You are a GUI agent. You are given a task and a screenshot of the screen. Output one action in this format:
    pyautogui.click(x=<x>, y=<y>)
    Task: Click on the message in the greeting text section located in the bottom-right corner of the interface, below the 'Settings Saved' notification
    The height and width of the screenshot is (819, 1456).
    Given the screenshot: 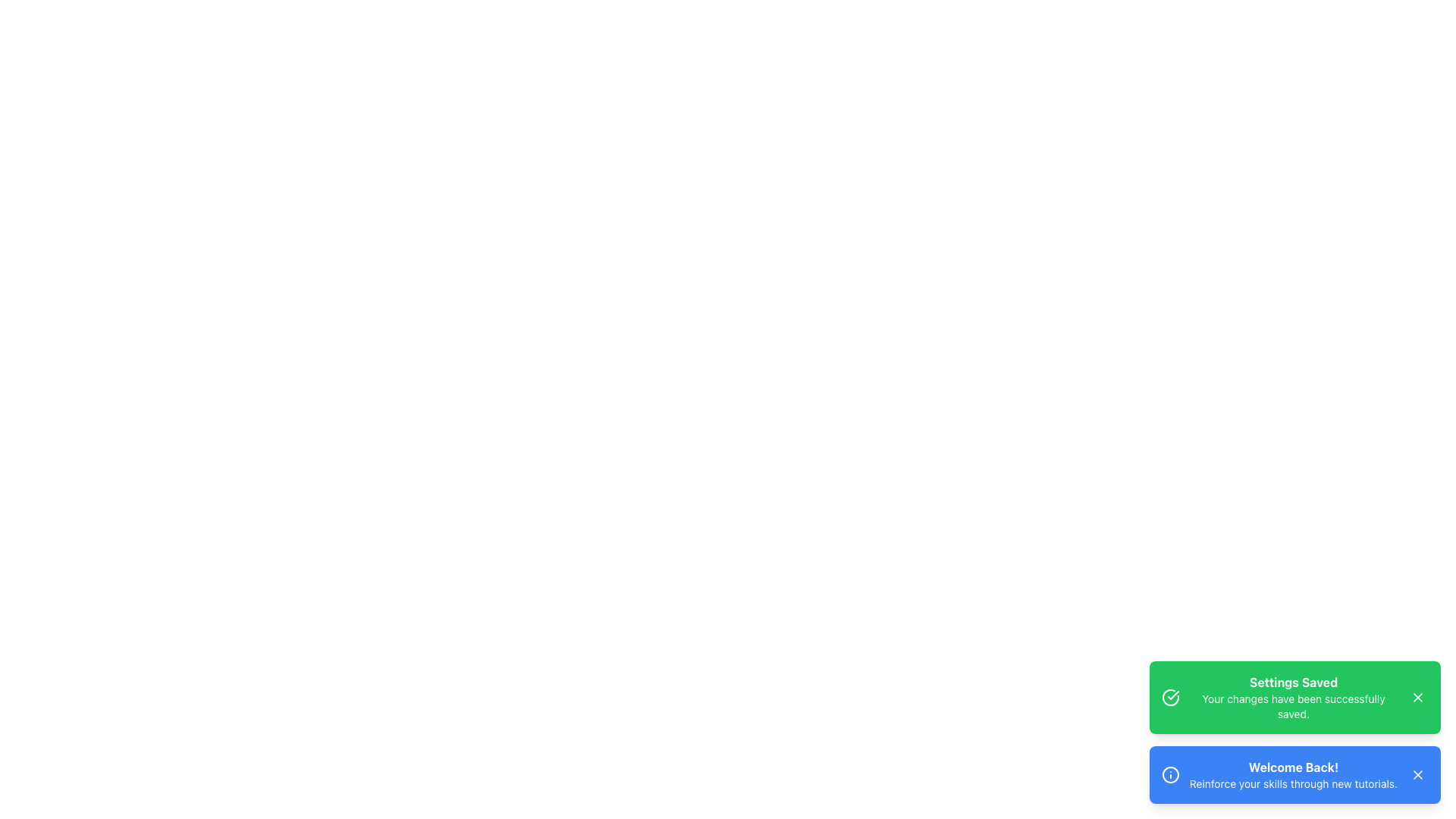 What is the action you would take?
    pyautogui.click(x=1292, y=775)
    